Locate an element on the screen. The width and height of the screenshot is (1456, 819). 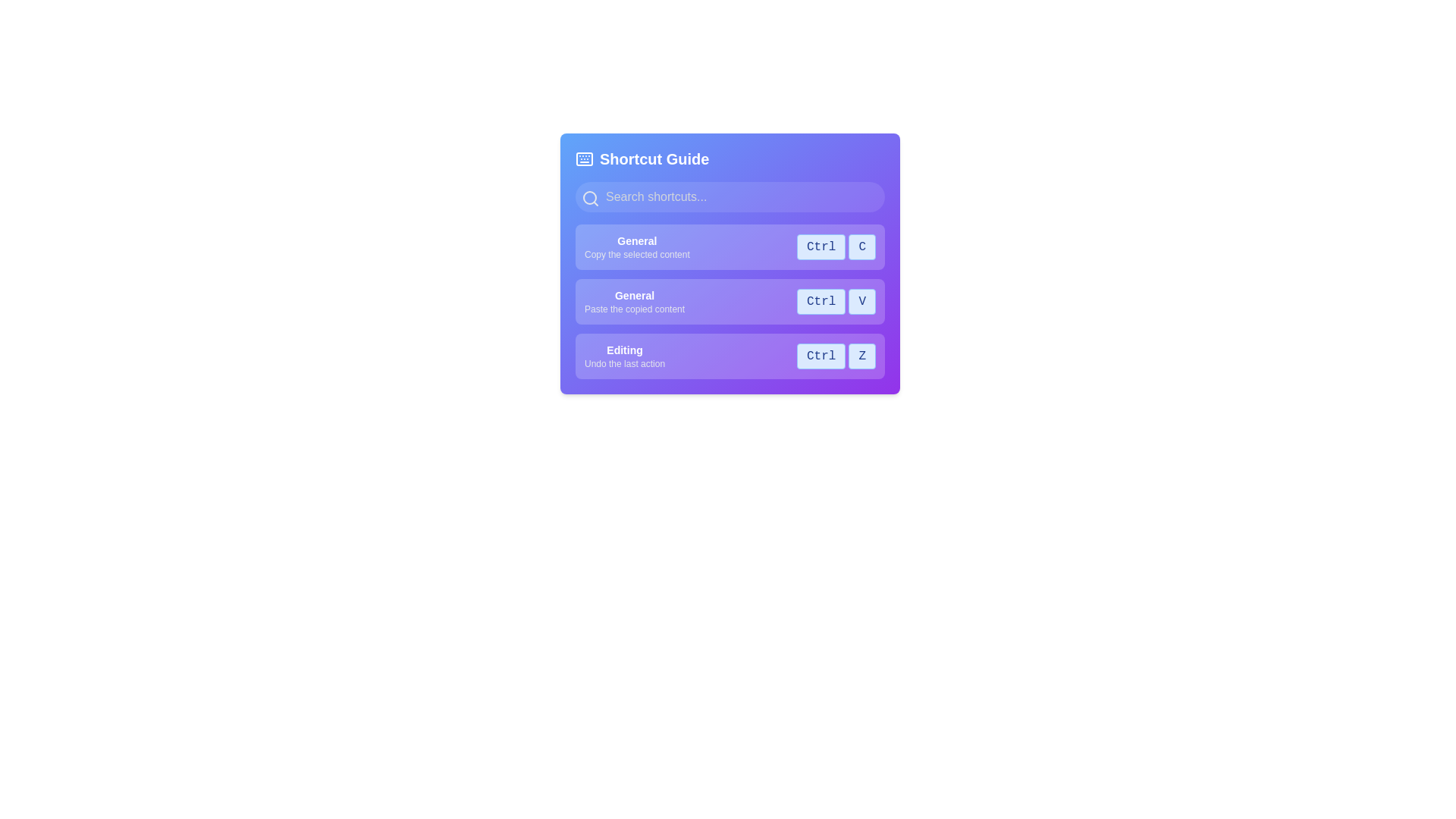
the static text element that reads 'Copy the selected content.' which is located beneath the heading 'General' in the UI is located at coordinates (637, 253).